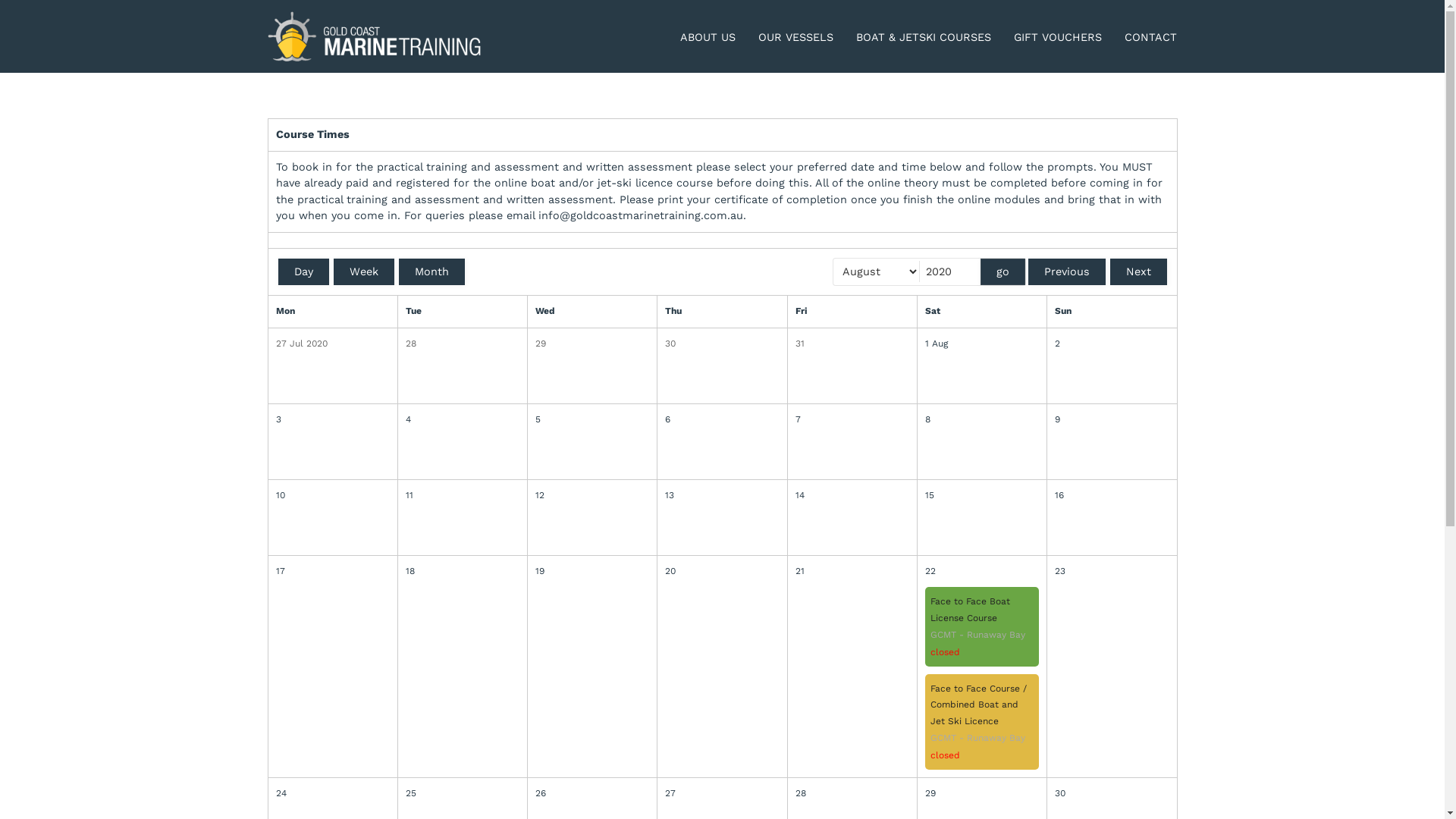  I want to click on 'Previous', so click(1065, 271).